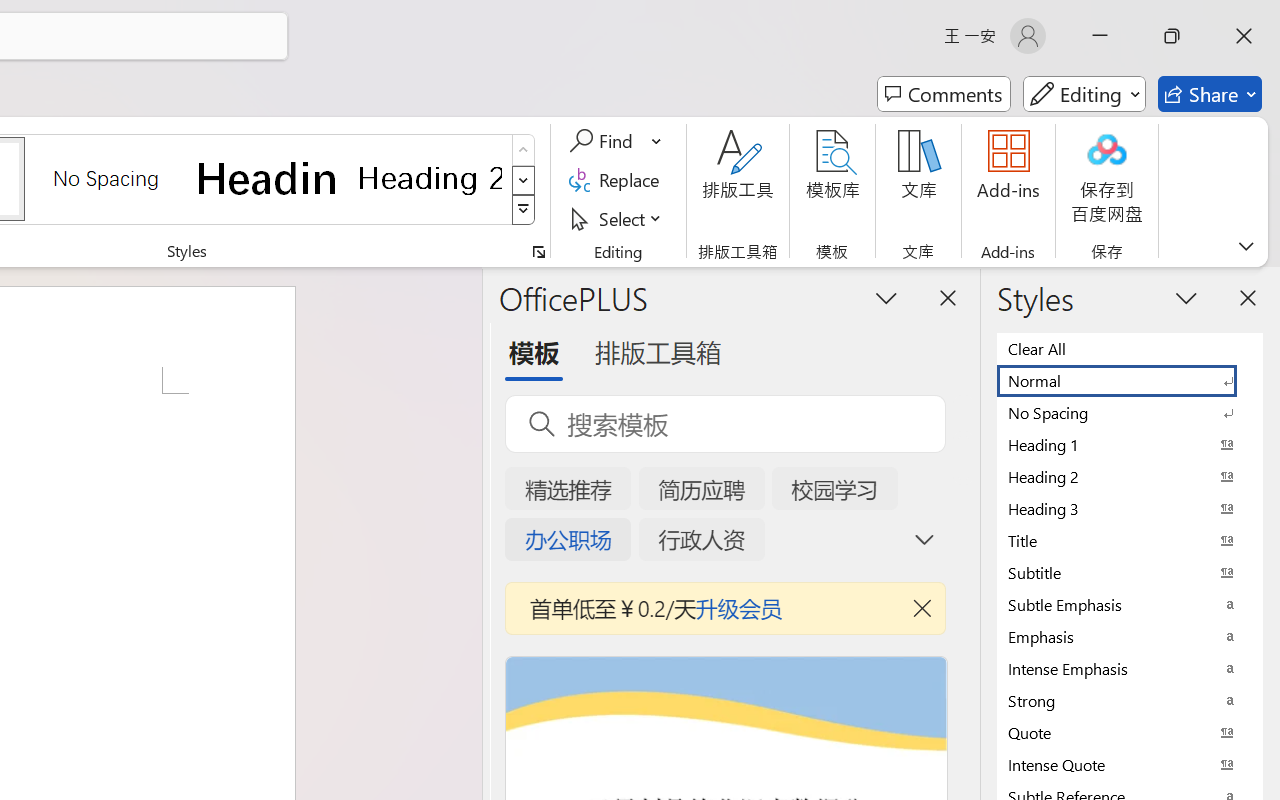  I want to click on 'Styles...', so click(538, 251).